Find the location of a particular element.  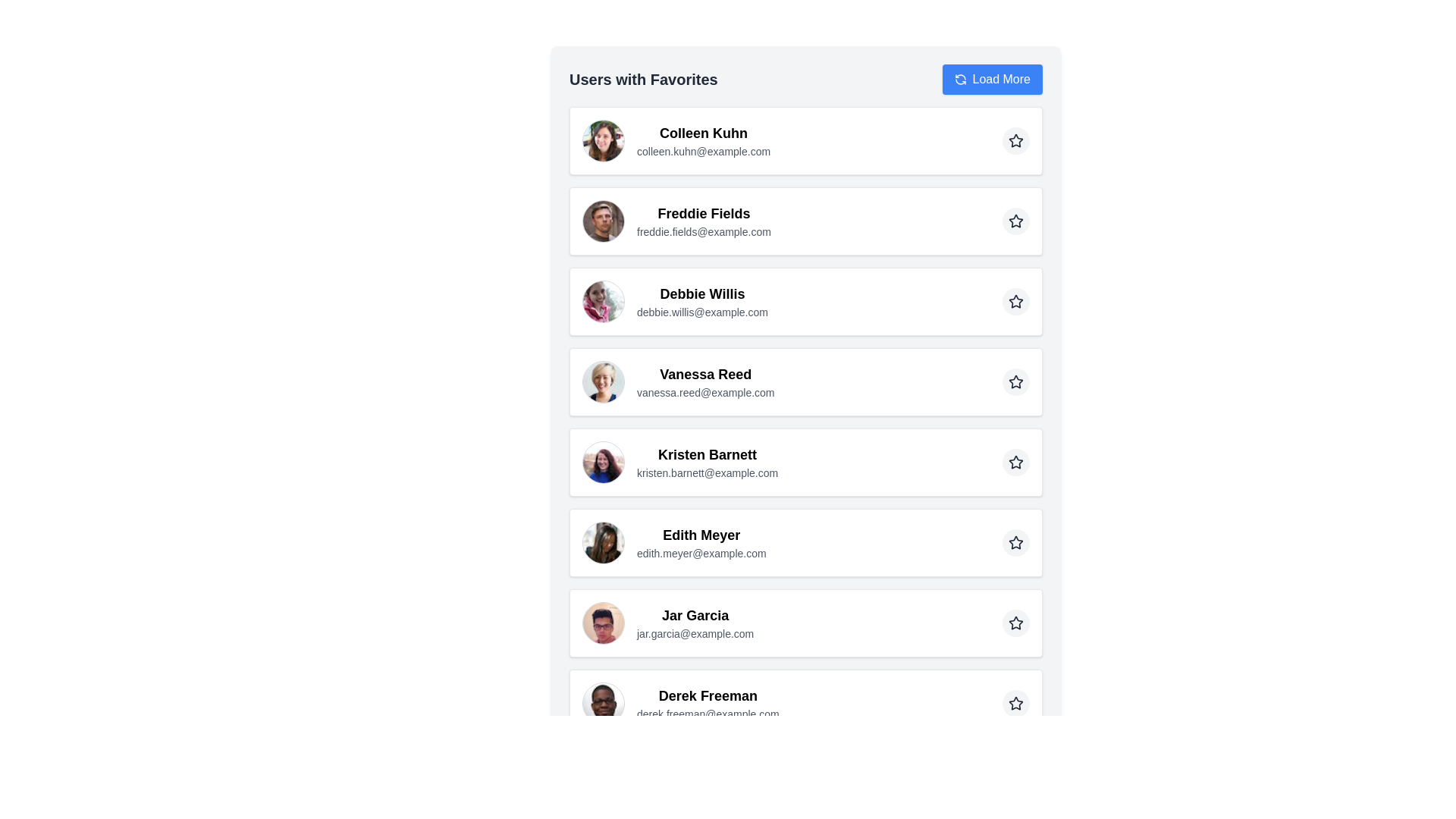

the text display area showing 'Colleen Kuhn' and 'colleen.kuhn@example.com' is located at coordinates (702, 140).